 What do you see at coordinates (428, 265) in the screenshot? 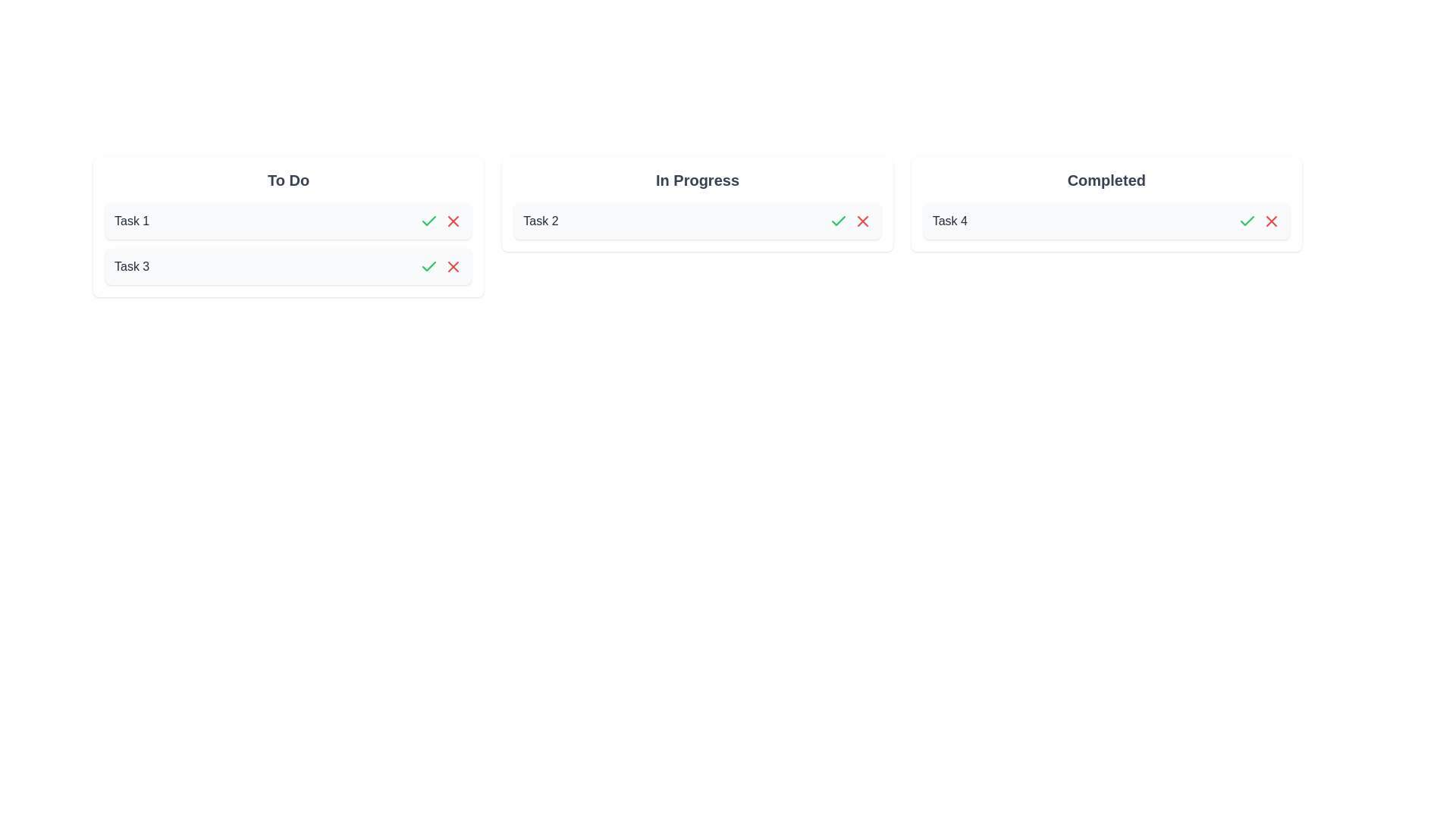
I see `the green checkmark button for the task named 'Task 3' to toggle its completion status` at bounding box center [428, 265].